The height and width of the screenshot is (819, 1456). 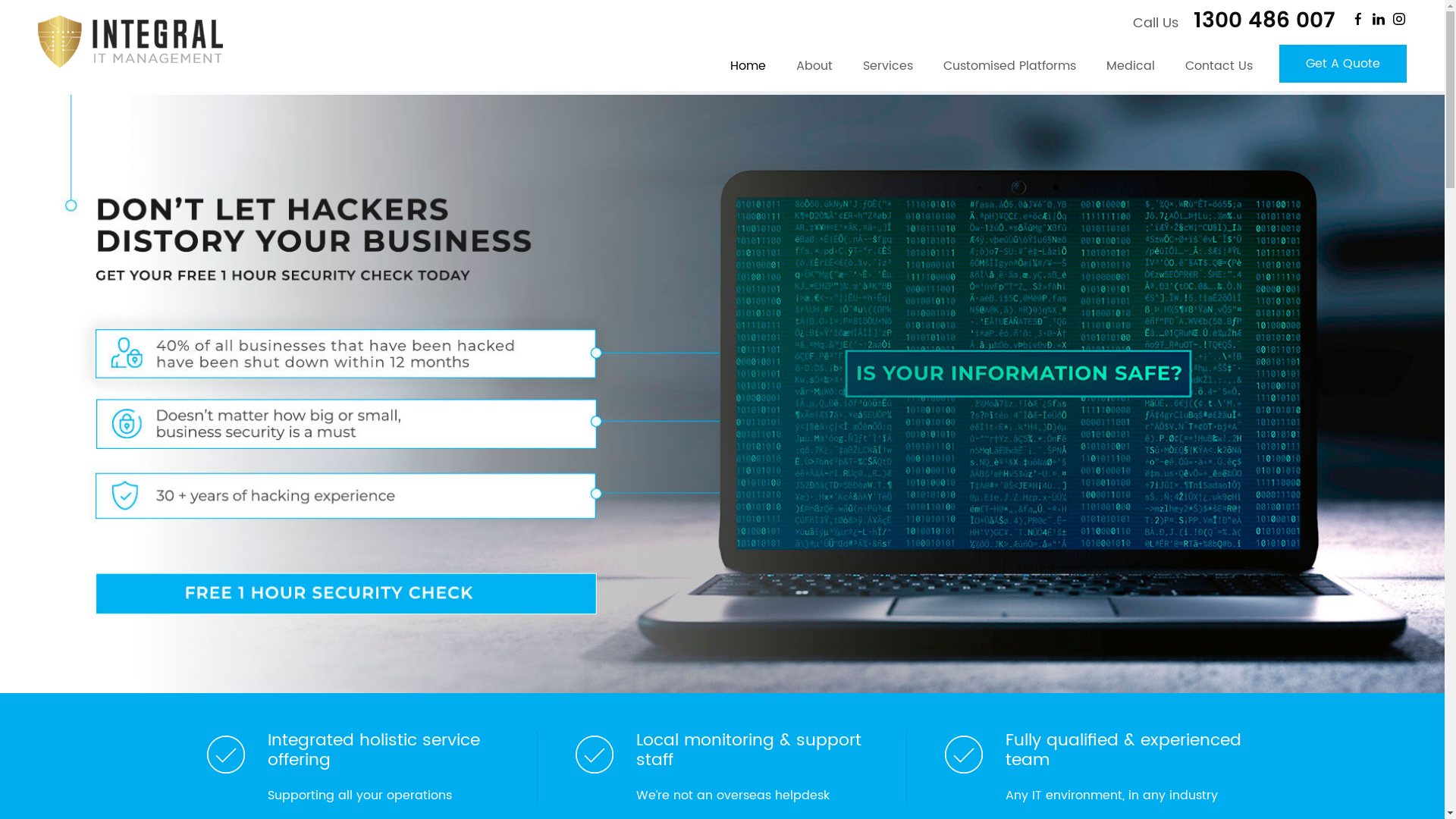 What do you see at coordinates (714, 70) in the screenshot?
I see `'Home'` at bounding box center [714, 70].